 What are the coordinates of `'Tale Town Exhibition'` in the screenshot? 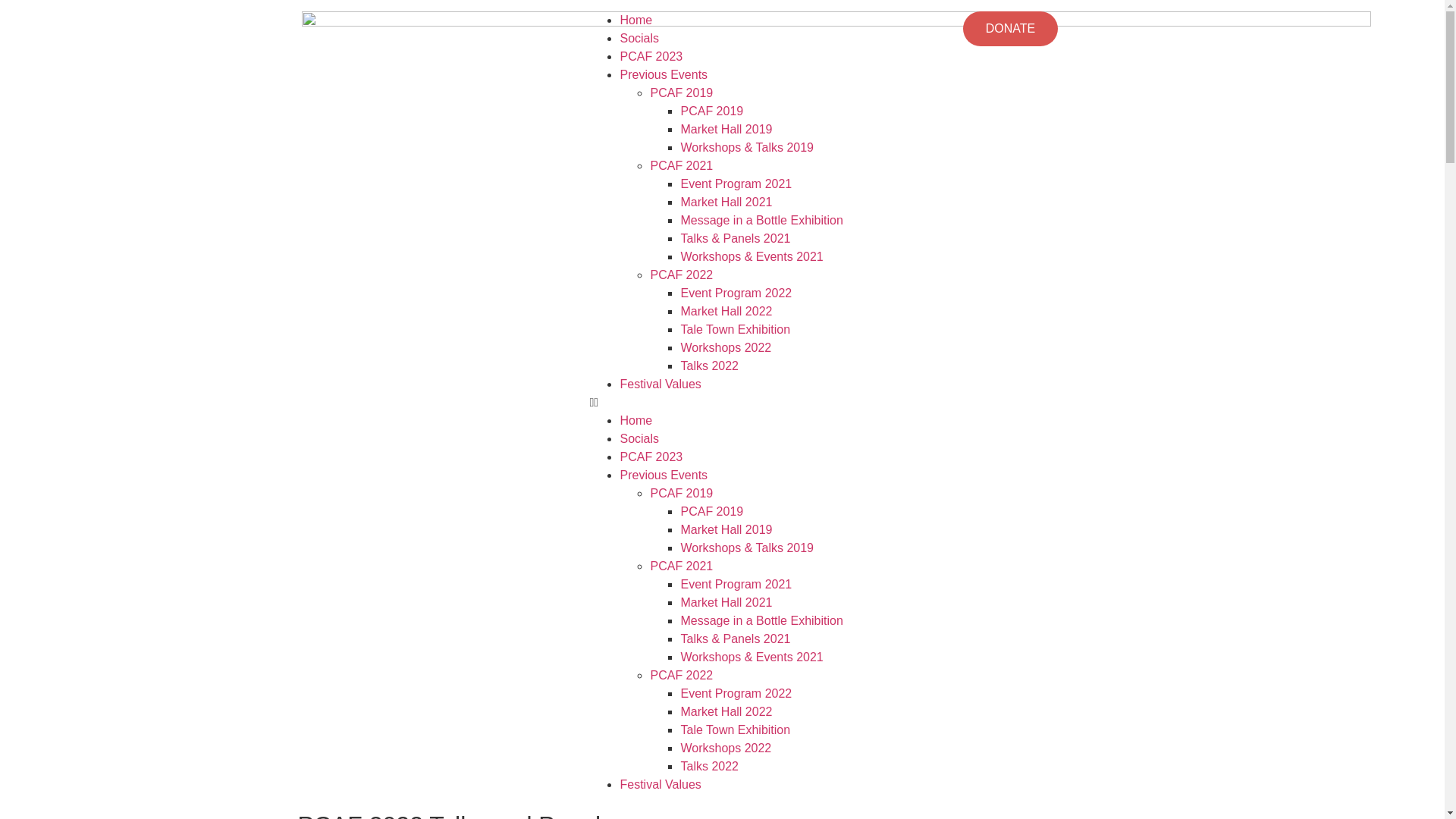 It's located at (679, 729).